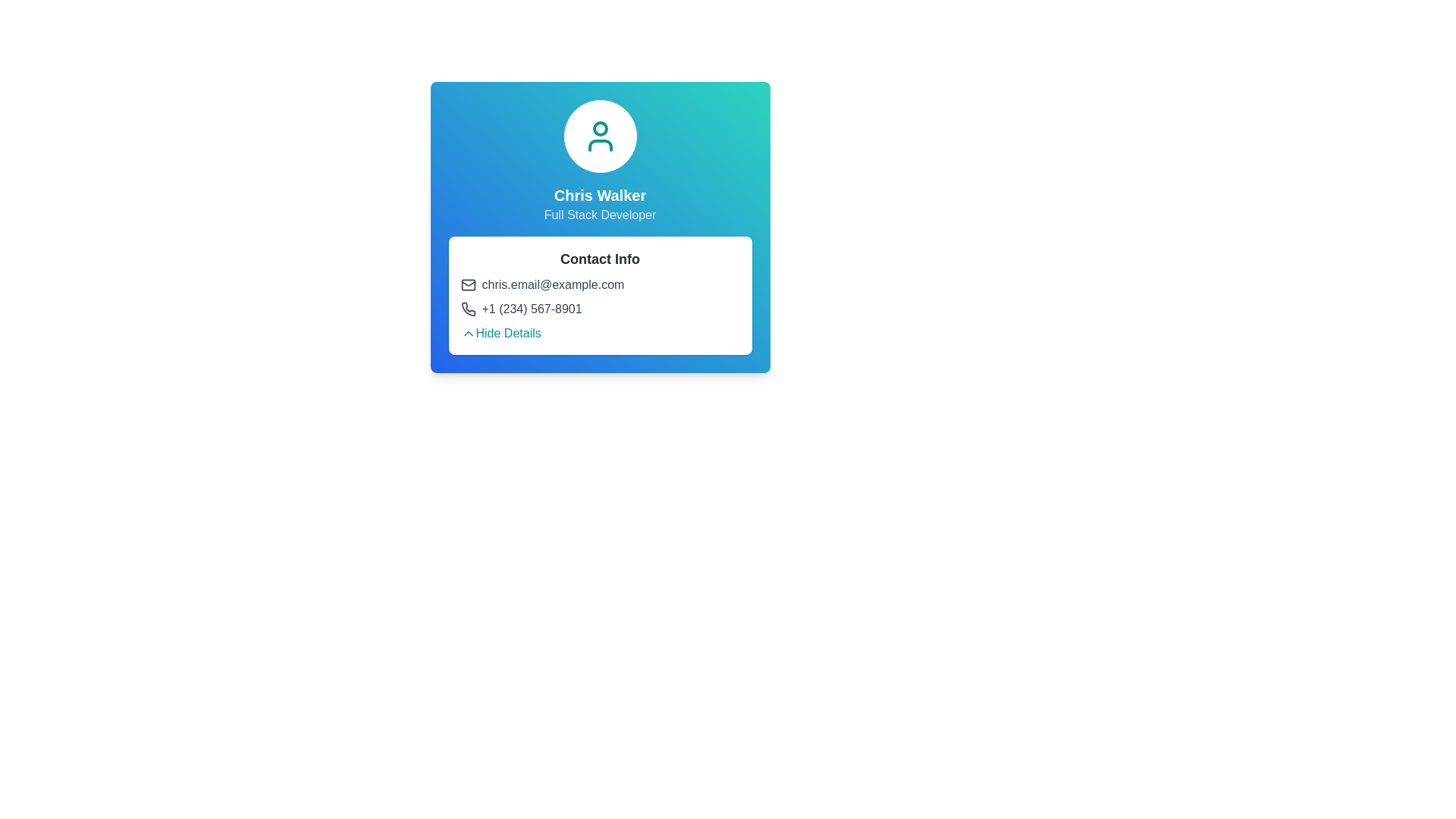 Image resolution: width=1456 pixels, height=819 pixels. Describe the element at coordinates (599, 136) in the screenshot. I see `the profile image icon at the top of the user card, which is centered in the visible interface and displayed within a white circular background` at that location.